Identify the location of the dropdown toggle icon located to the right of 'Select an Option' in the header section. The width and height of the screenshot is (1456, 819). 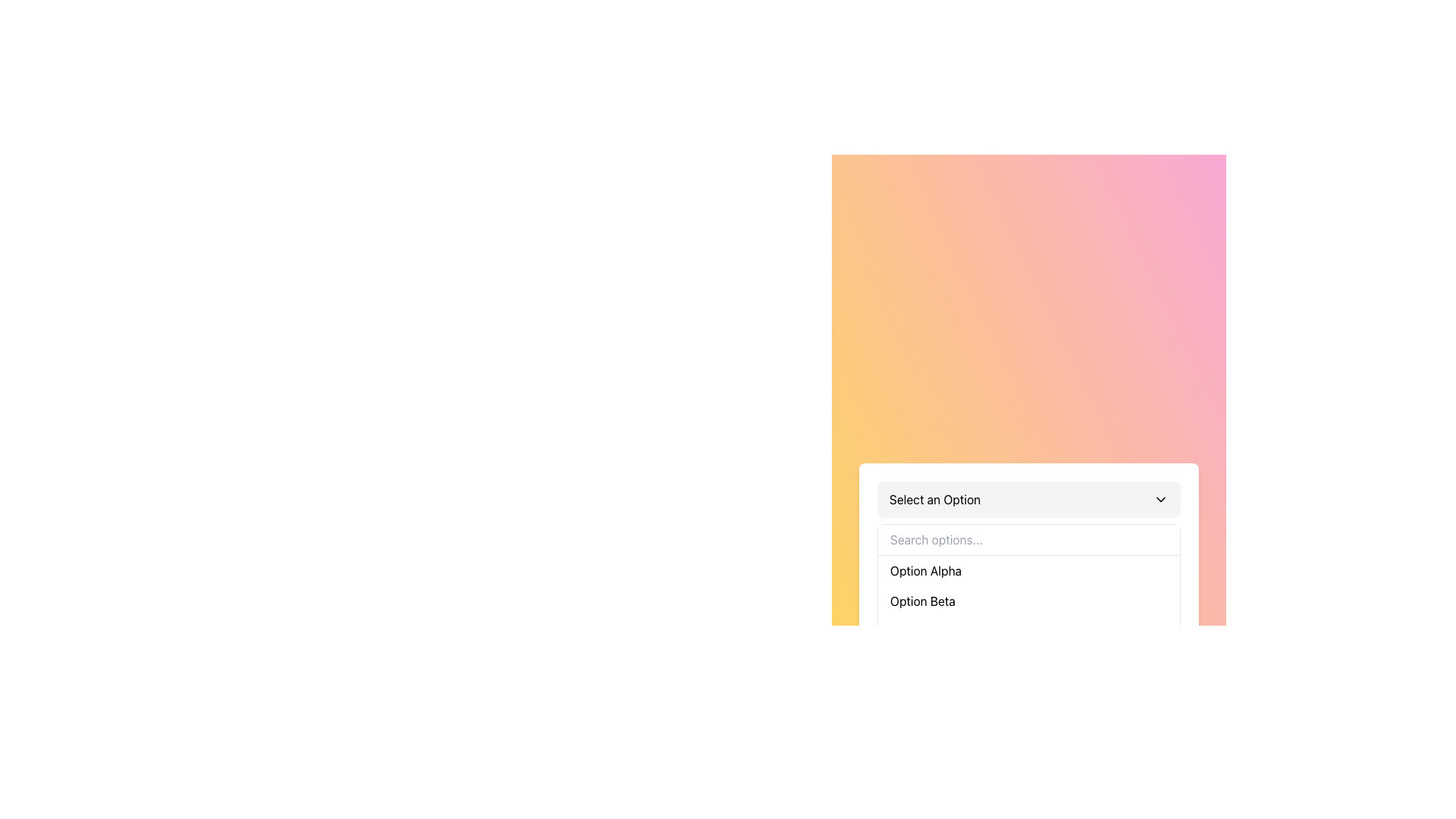
(1160, 499).